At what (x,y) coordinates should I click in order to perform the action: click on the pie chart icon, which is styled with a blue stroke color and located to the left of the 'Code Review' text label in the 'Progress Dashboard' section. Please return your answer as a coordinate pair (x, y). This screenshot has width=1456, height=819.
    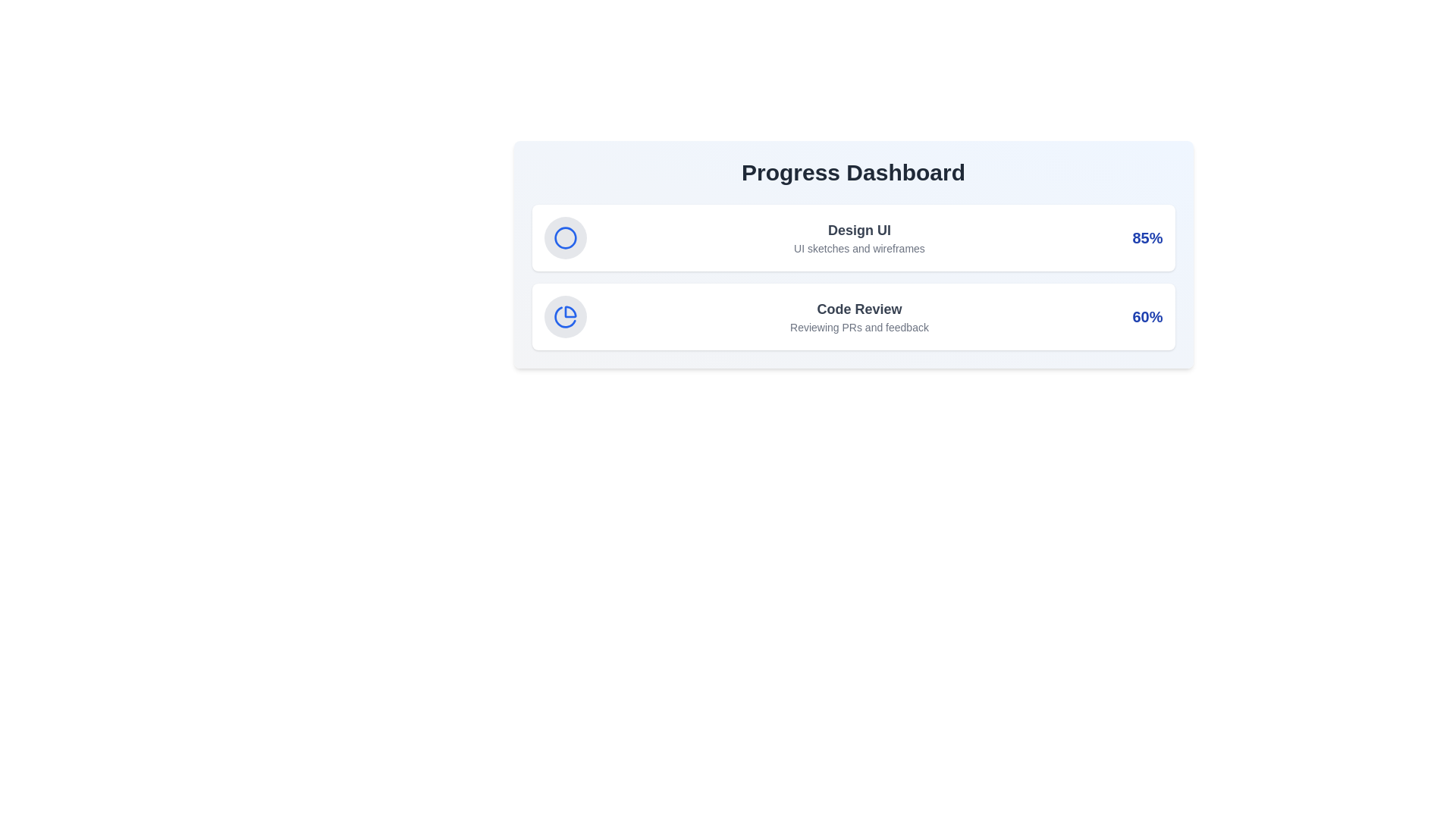
    Looking at the image, I should click on (564, 315).